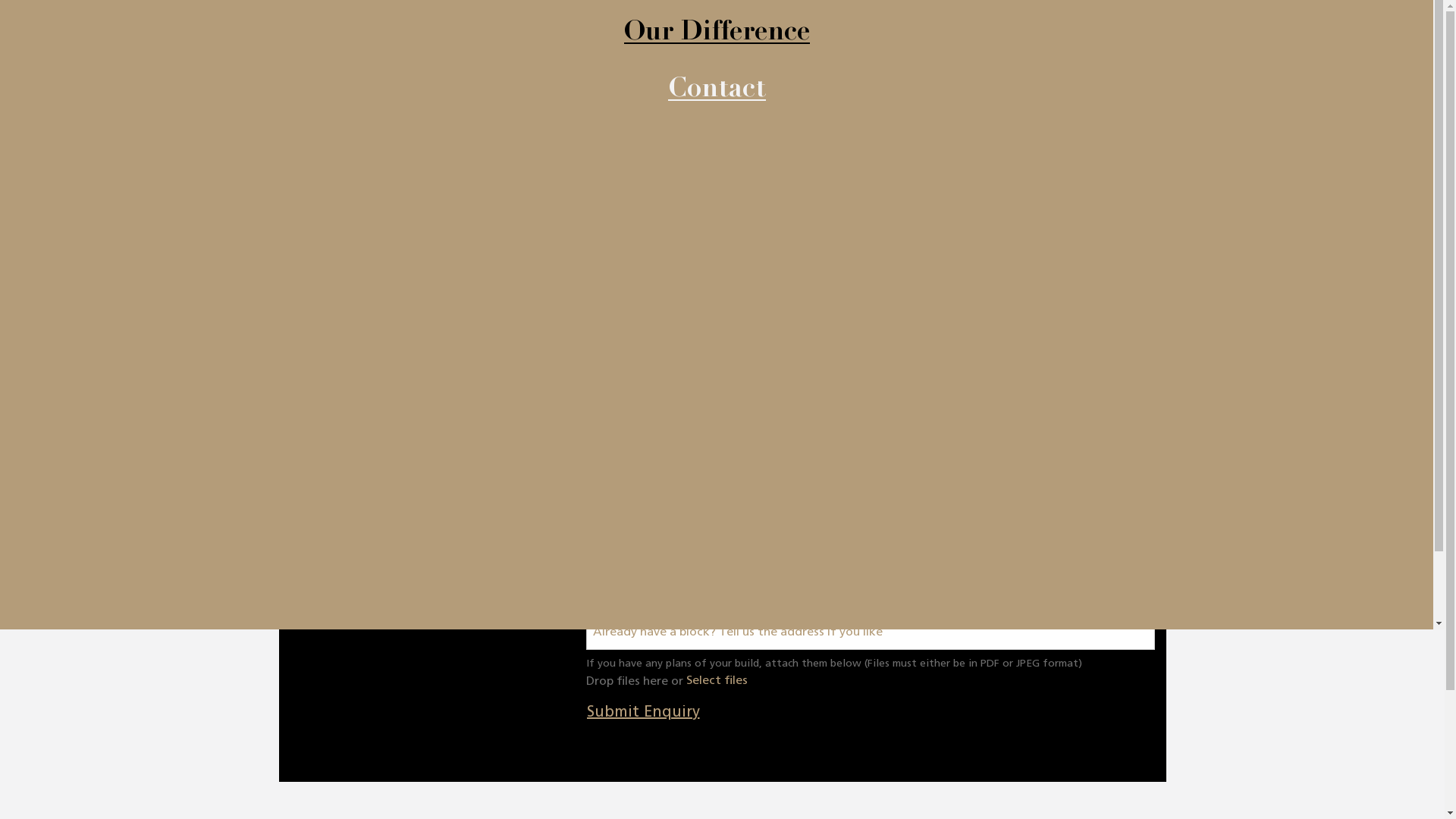 This screenshot has width=1456, height=819. What do you see at coordinates (715, 91) in the screenshot?
I see `'Contact'` at bounding box center [715, 91].